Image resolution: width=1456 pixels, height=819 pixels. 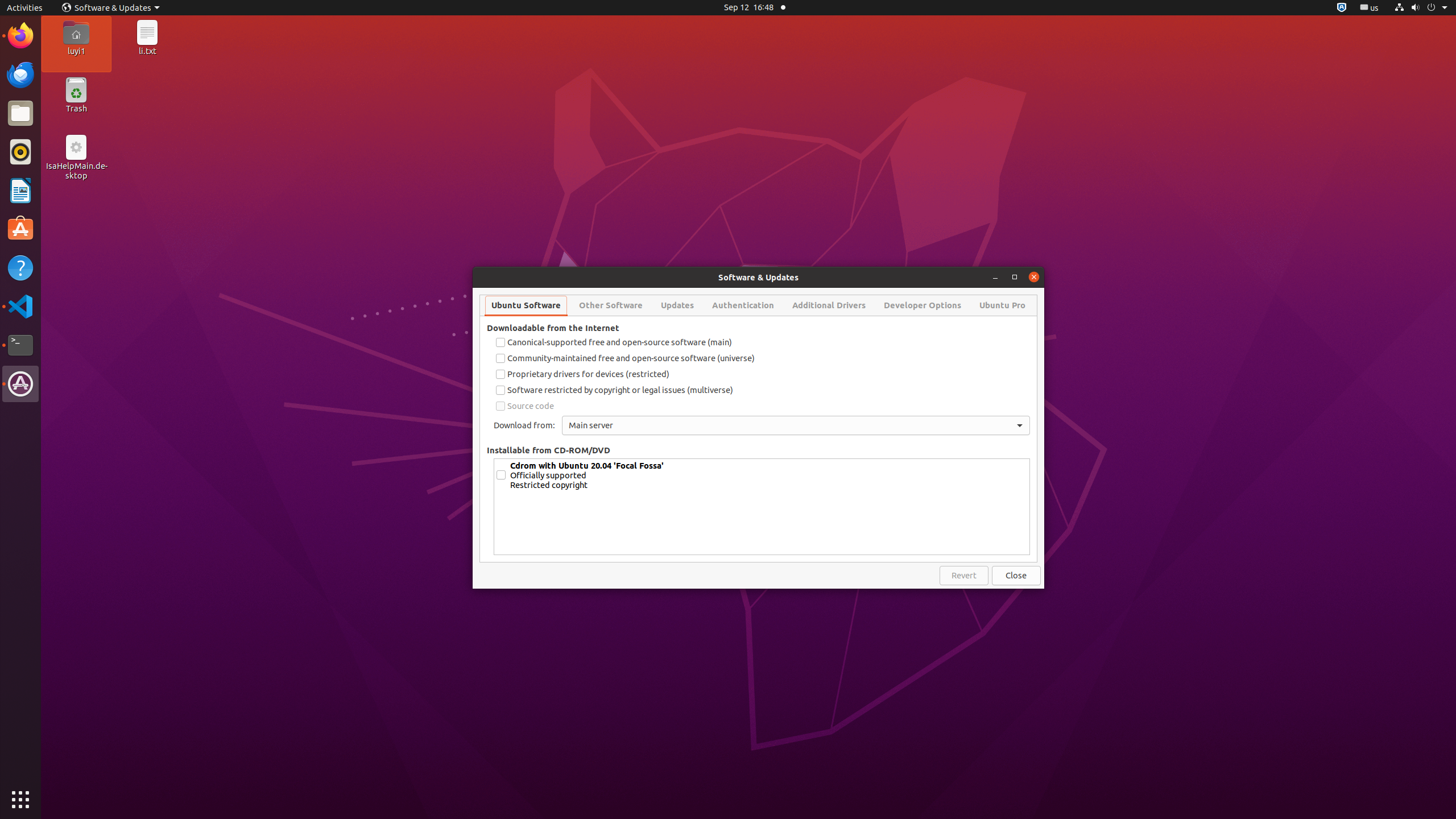 I want to click on 'Software & Updates', so click(x=111, y=7).